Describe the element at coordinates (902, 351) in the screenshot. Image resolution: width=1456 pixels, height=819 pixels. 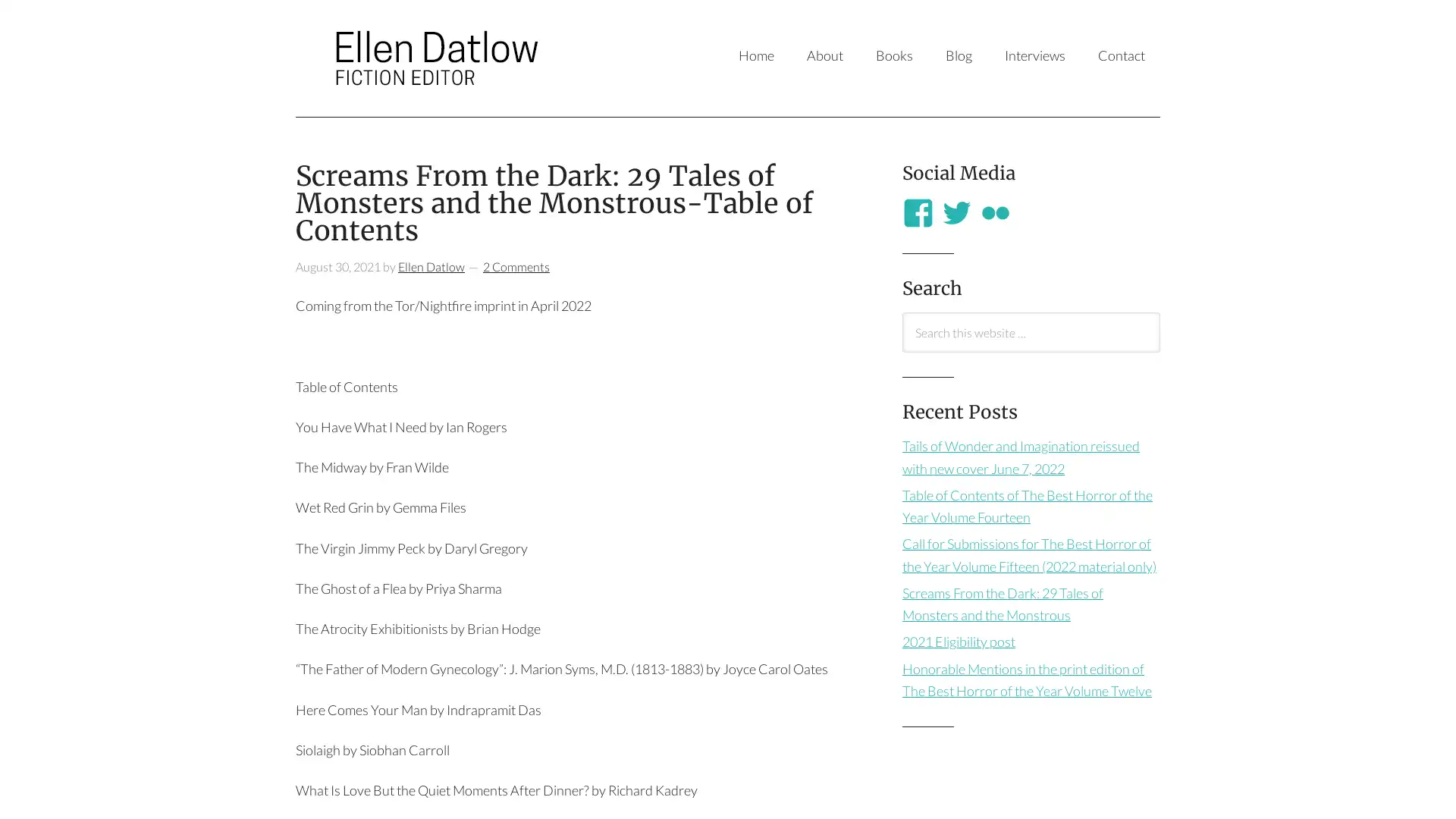
I see `Search` at that location.